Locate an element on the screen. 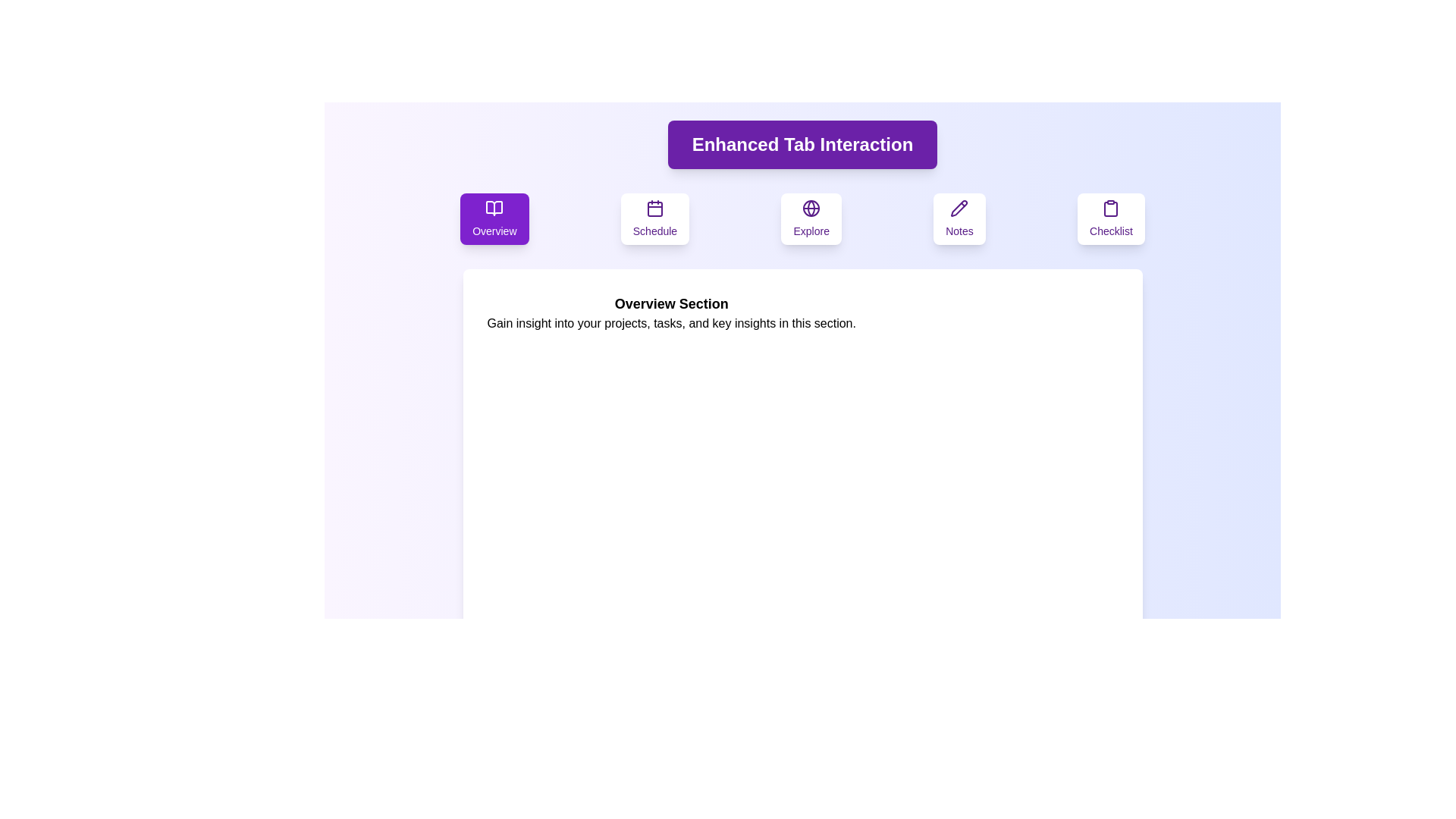  the static text element displaying 'Gain insight into your projects, tasks, and key insights in this section.' which is located below the 'Overview Section' heading is located at coordinates (670, 323).